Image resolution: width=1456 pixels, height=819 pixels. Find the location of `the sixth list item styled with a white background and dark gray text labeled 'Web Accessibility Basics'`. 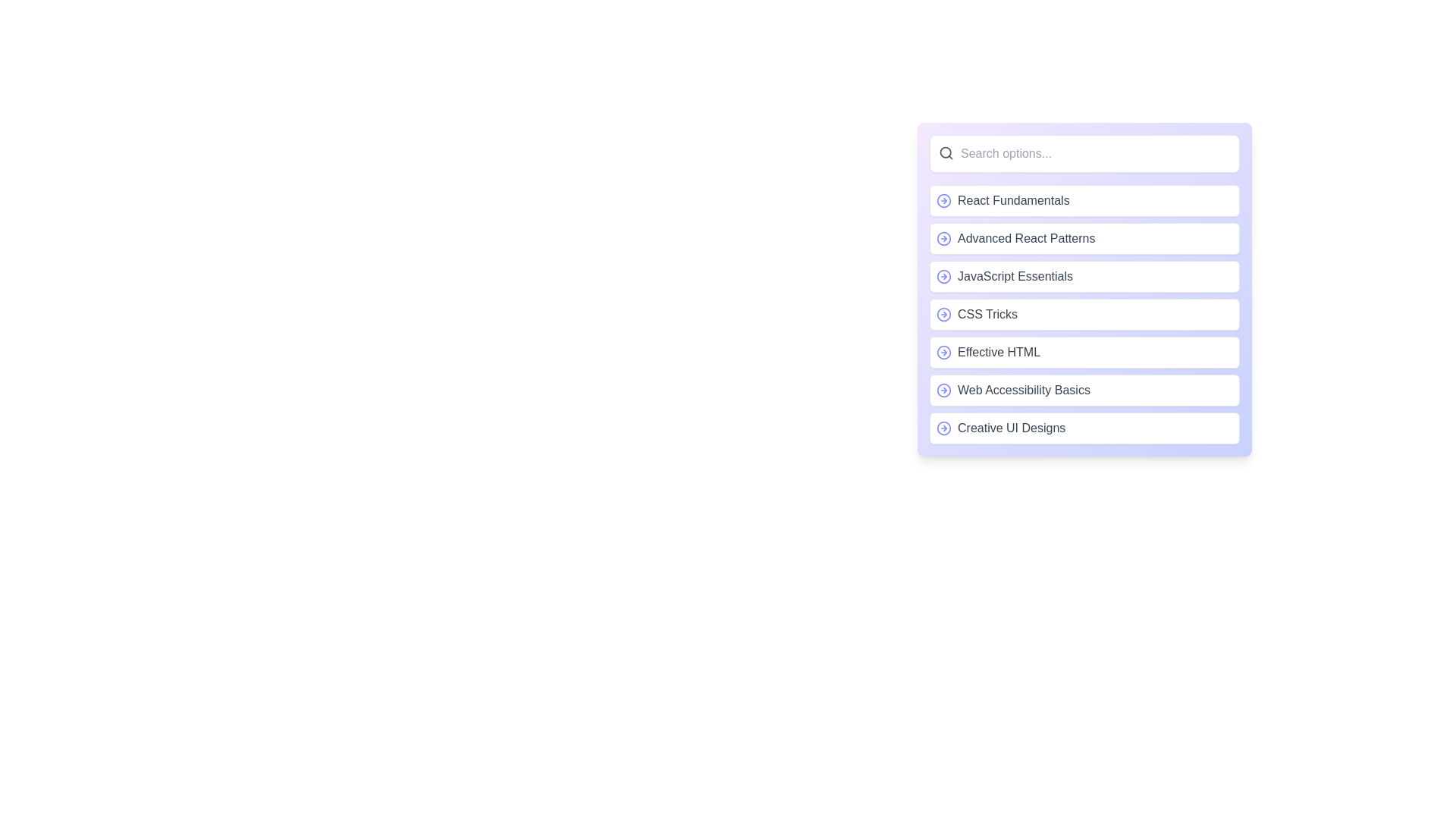

the sixth list item styled with a white background and dark gray text labeled 'Web Accessibility Basics' is located at coordinates (1084, 390).